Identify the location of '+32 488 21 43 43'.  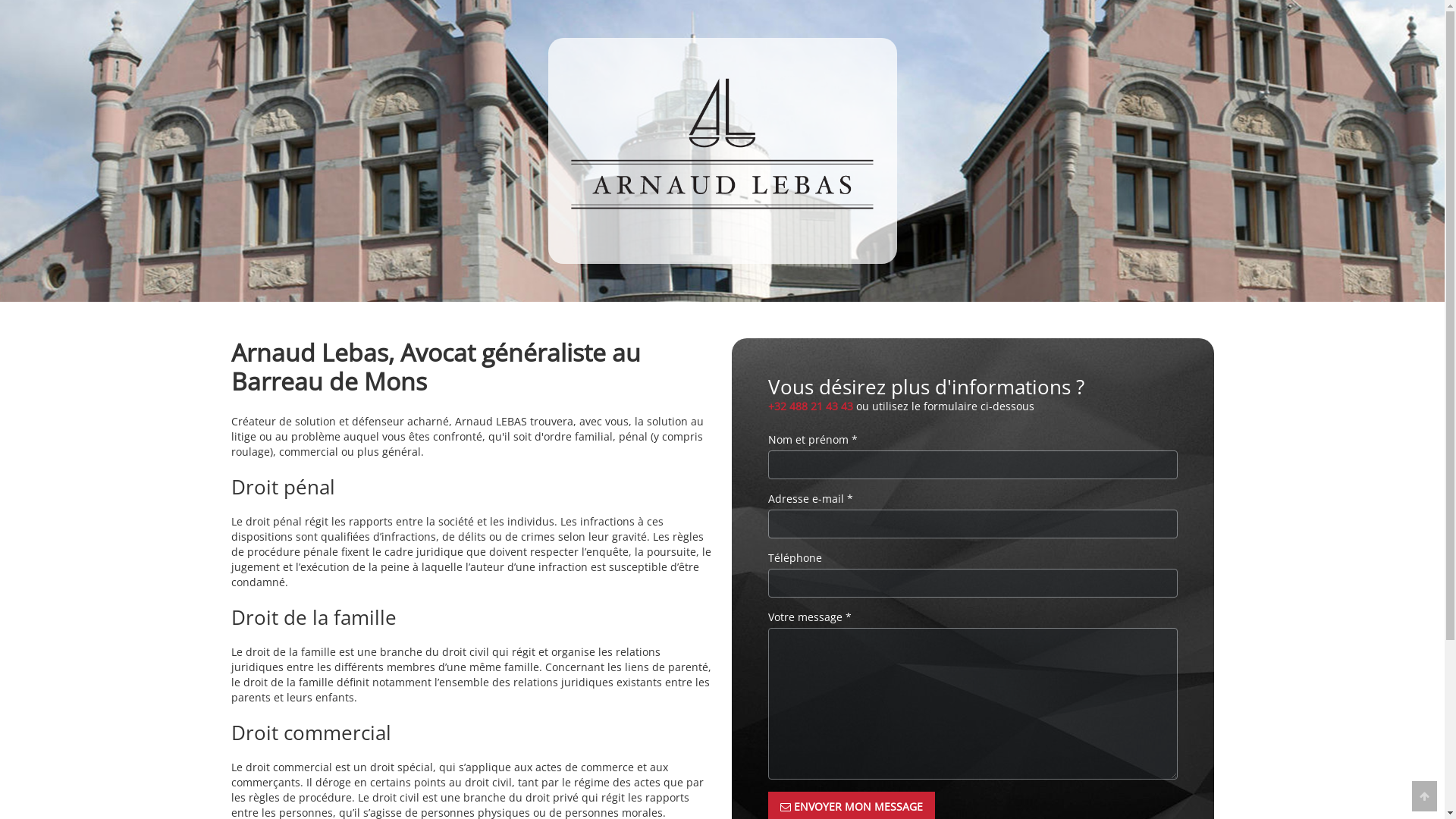
(809, 405).